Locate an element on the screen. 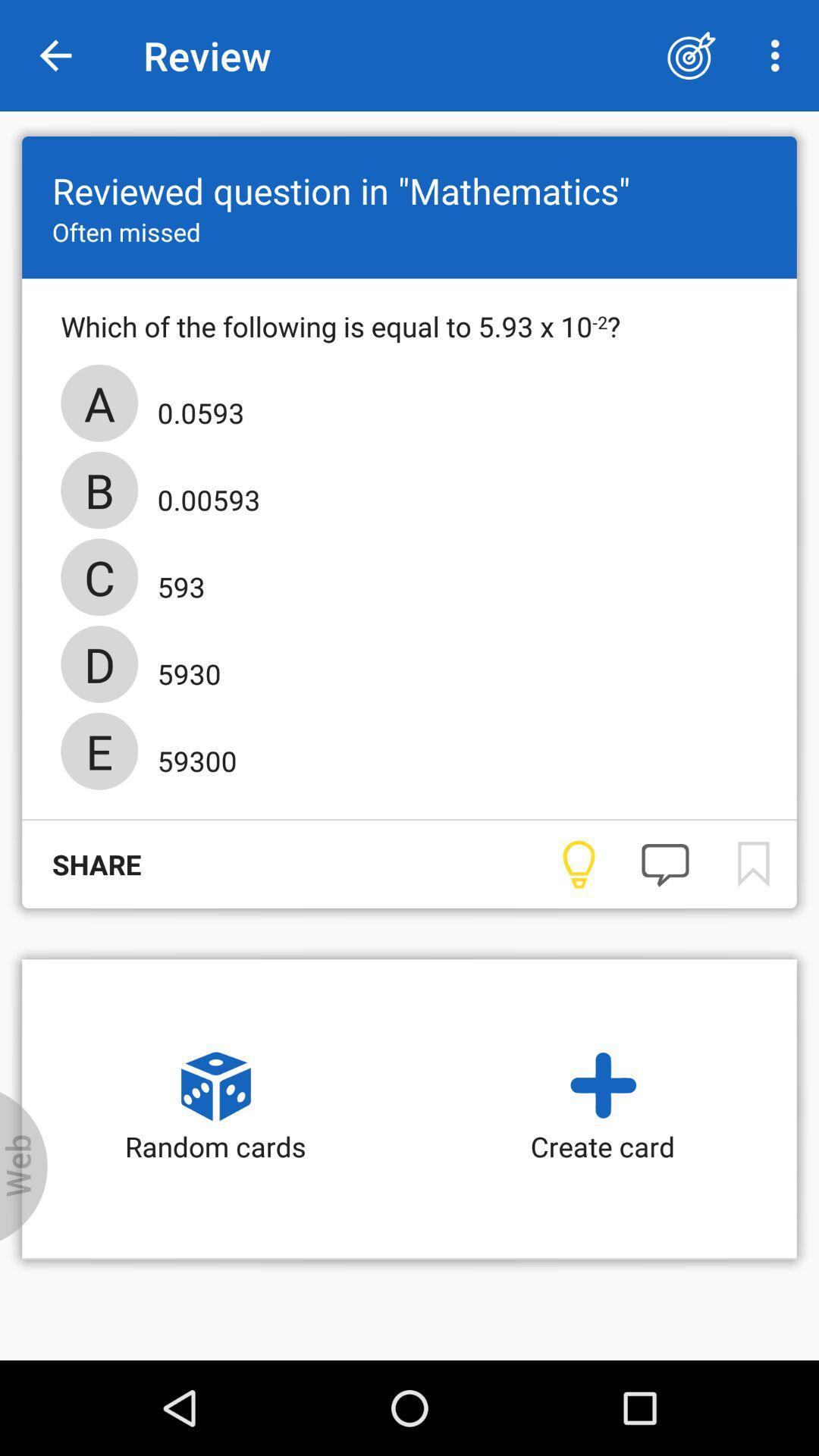 The width and height of the screenshot is (819, 1456). bookmark question is located at coordinates (752, 864).